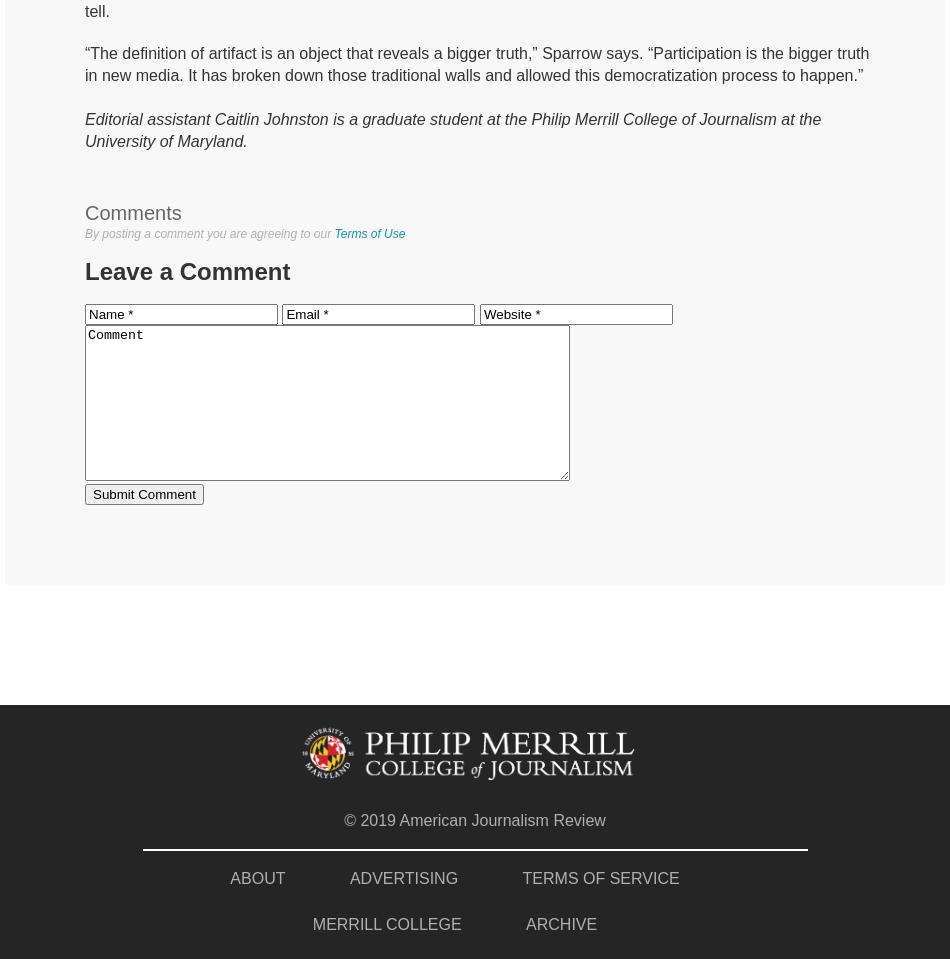 The height and width of the screenshot is (959, 950). I want to click on 'ARCHIVE', so click(561, 923).